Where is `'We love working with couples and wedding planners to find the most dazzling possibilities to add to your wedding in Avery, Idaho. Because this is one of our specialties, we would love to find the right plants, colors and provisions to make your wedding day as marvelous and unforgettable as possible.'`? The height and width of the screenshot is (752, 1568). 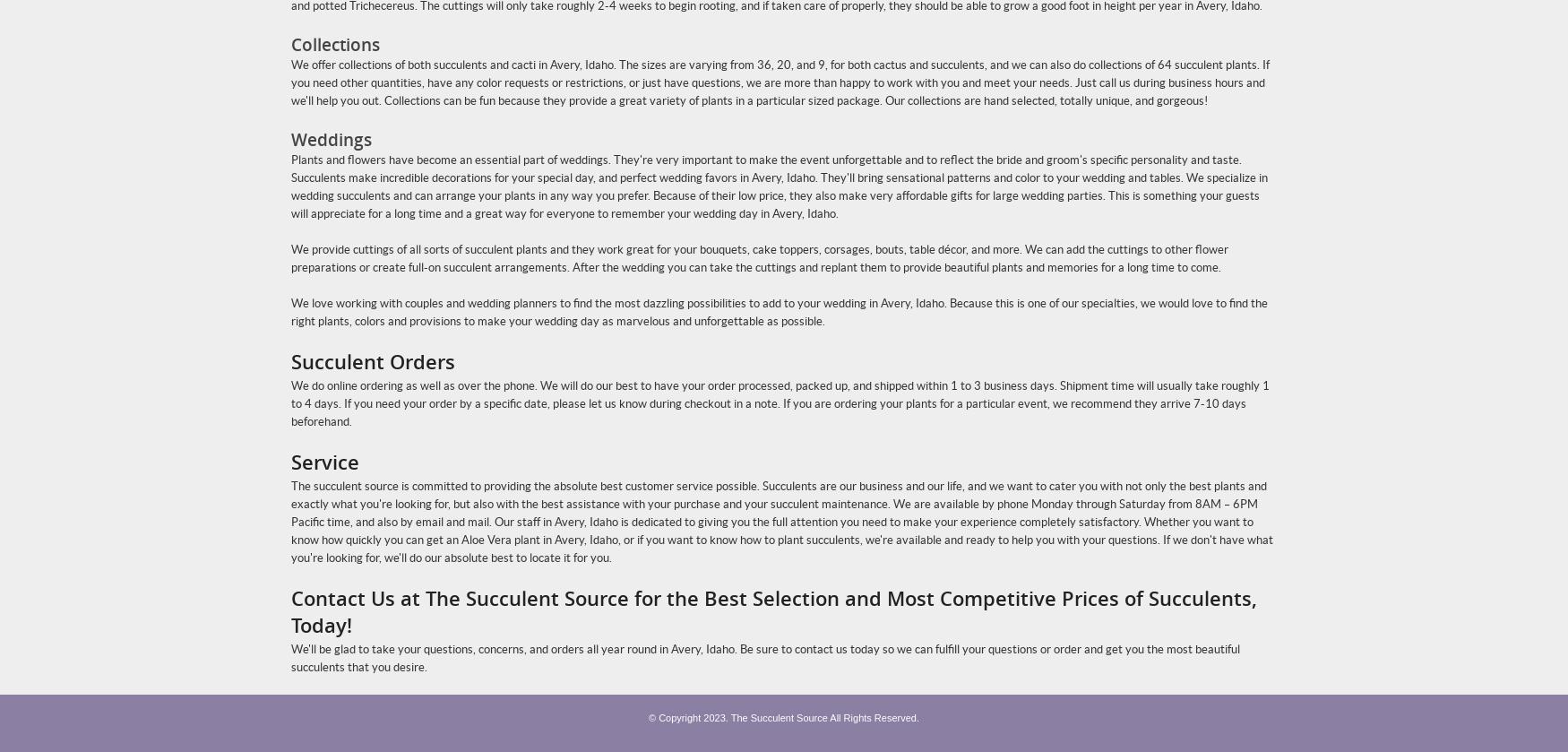 'We love working with couples and wedding planners to find the most dazzling possibilities to add to your wedding in Avery, Idaho. Because this is one of our specialties, we would love to find the right plants, colors and provisions to make your wedding day as marvelous and unforgettable as possible.' is located at coordinates (779, 312).